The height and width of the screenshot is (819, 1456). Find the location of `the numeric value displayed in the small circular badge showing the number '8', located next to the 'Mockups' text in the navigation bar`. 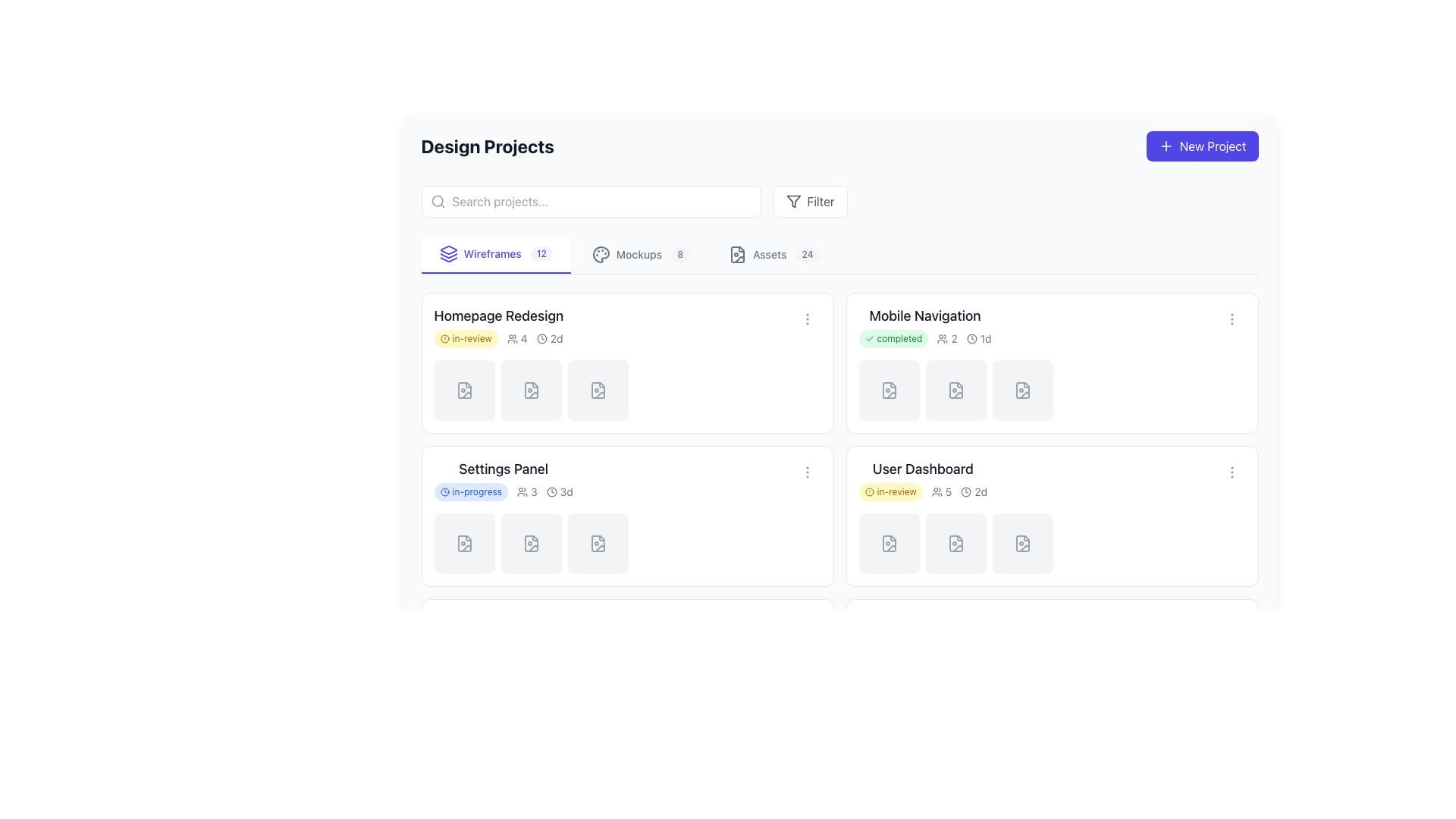

the numeric value displayed in the small circular badge showing the number '8', located next to the 'Mockups' text in the navigation bar is located at coordinates (679, 253).